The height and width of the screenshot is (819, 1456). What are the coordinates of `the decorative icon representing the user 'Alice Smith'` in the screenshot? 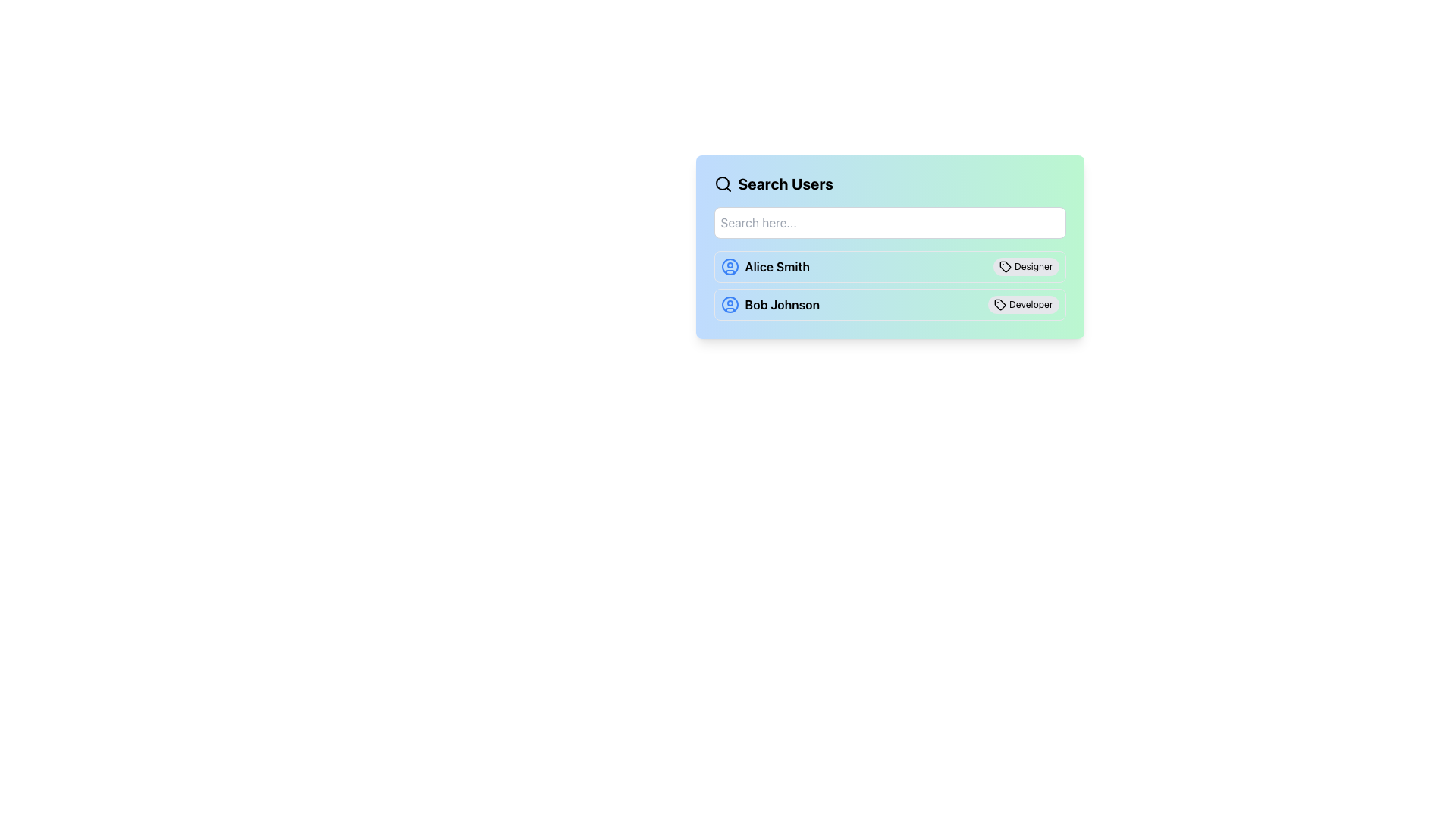 It's located at (730, 265).